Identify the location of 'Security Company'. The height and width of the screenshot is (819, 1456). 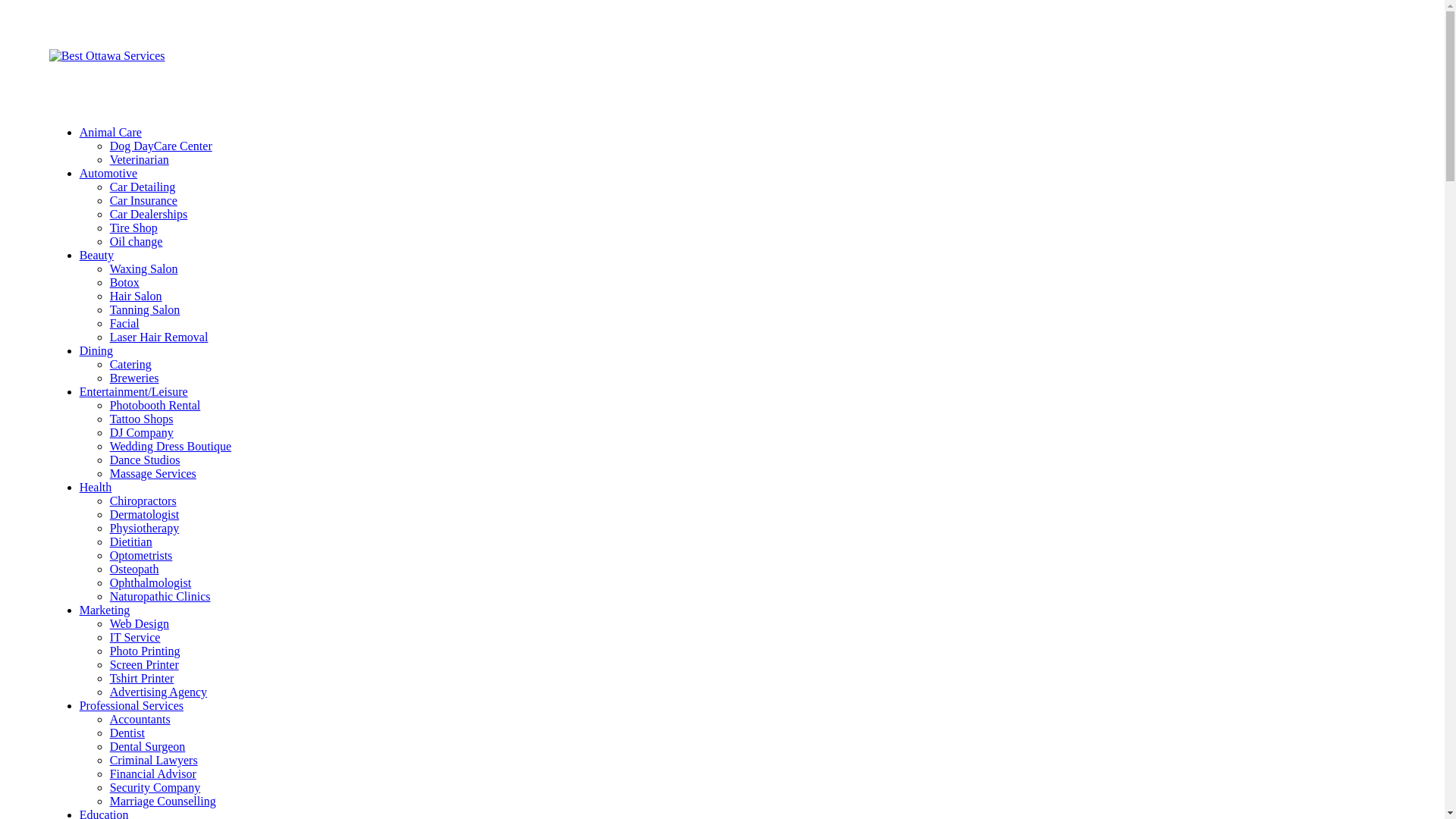
(155, 786).